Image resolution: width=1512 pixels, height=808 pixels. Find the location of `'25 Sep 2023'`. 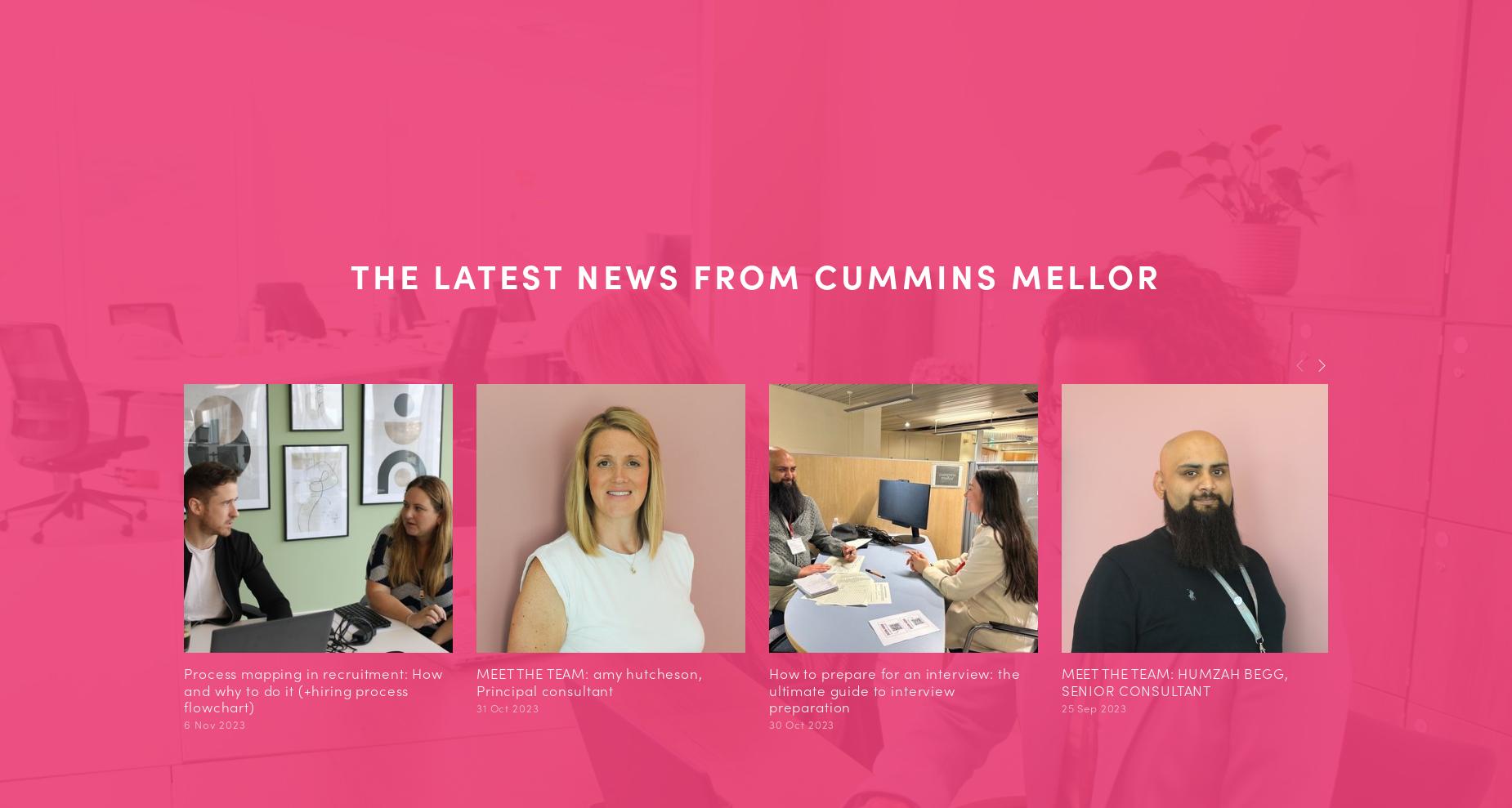

'25 Sep 2023' is located at coordinates (1093, 707).